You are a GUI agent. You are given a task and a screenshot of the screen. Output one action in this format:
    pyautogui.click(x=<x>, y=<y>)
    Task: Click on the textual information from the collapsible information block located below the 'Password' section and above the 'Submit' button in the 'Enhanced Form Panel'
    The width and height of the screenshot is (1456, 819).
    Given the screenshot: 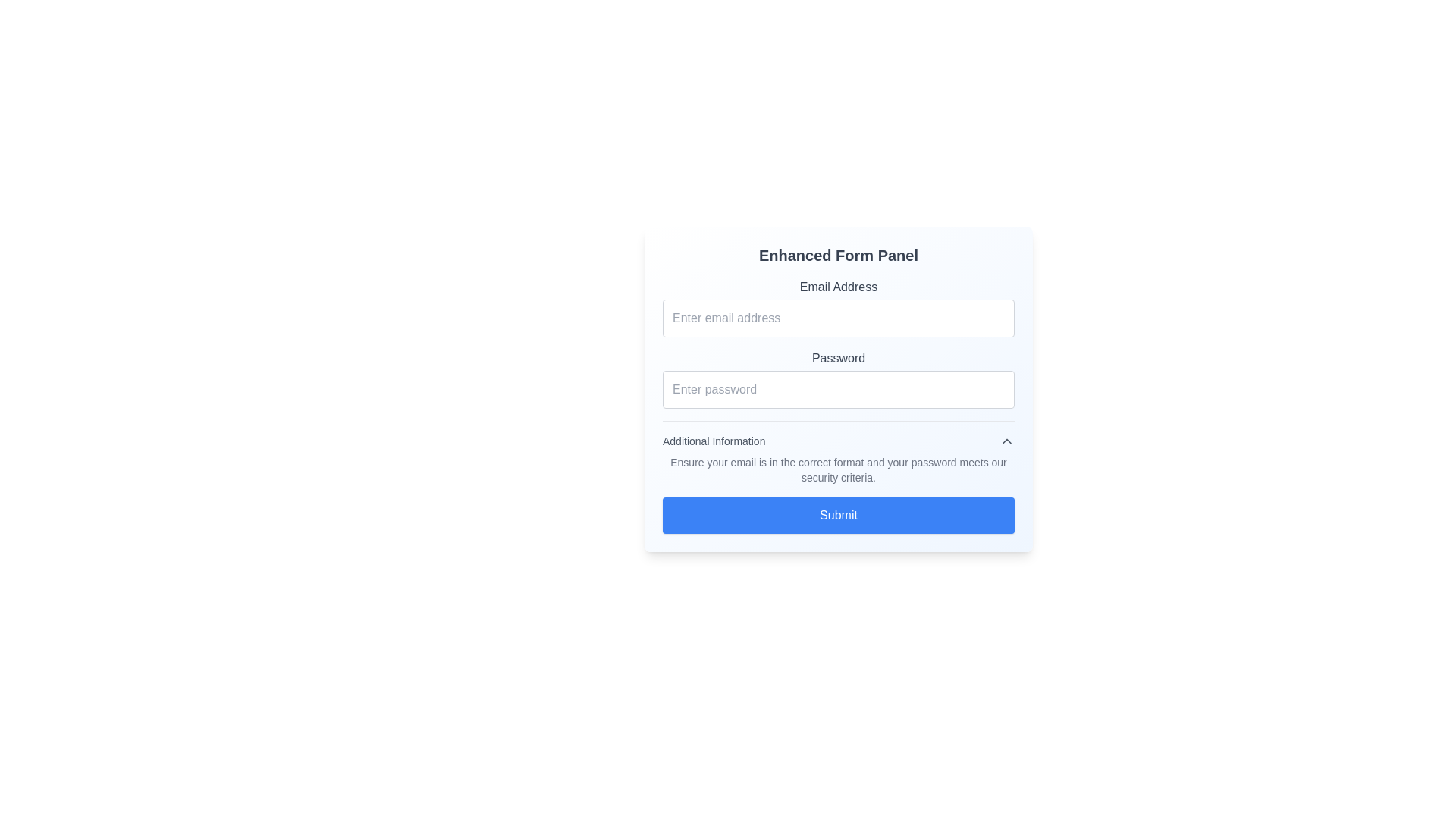 What is the action you would take?
    pyautogui.click(x=837, y=452)
    